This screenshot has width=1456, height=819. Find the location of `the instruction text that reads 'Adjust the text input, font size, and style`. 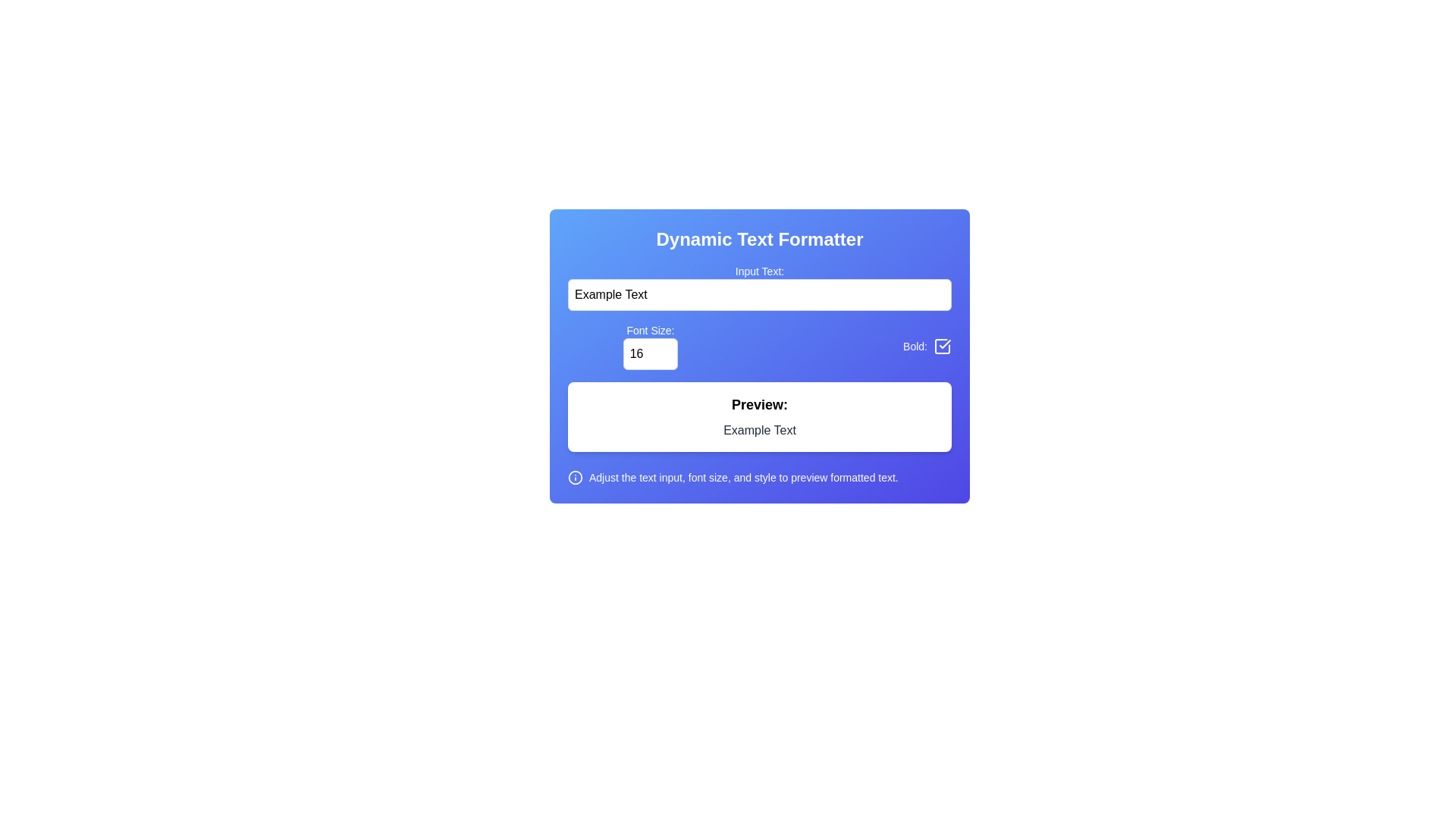

the instruction text that reads 'Adjust the text input, font size, and style is located at coordinates (743, 476).